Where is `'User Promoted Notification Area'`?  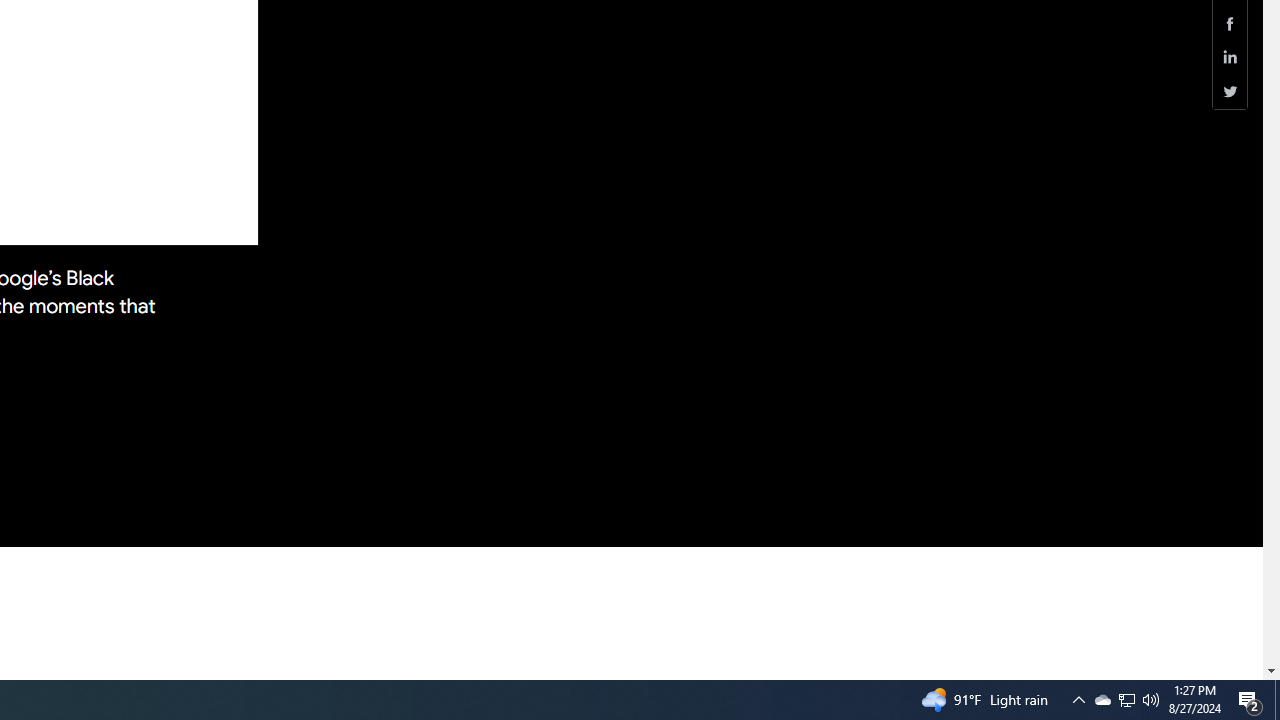 'User Promoted Notification Area' is located at coordinates (1127, 698).